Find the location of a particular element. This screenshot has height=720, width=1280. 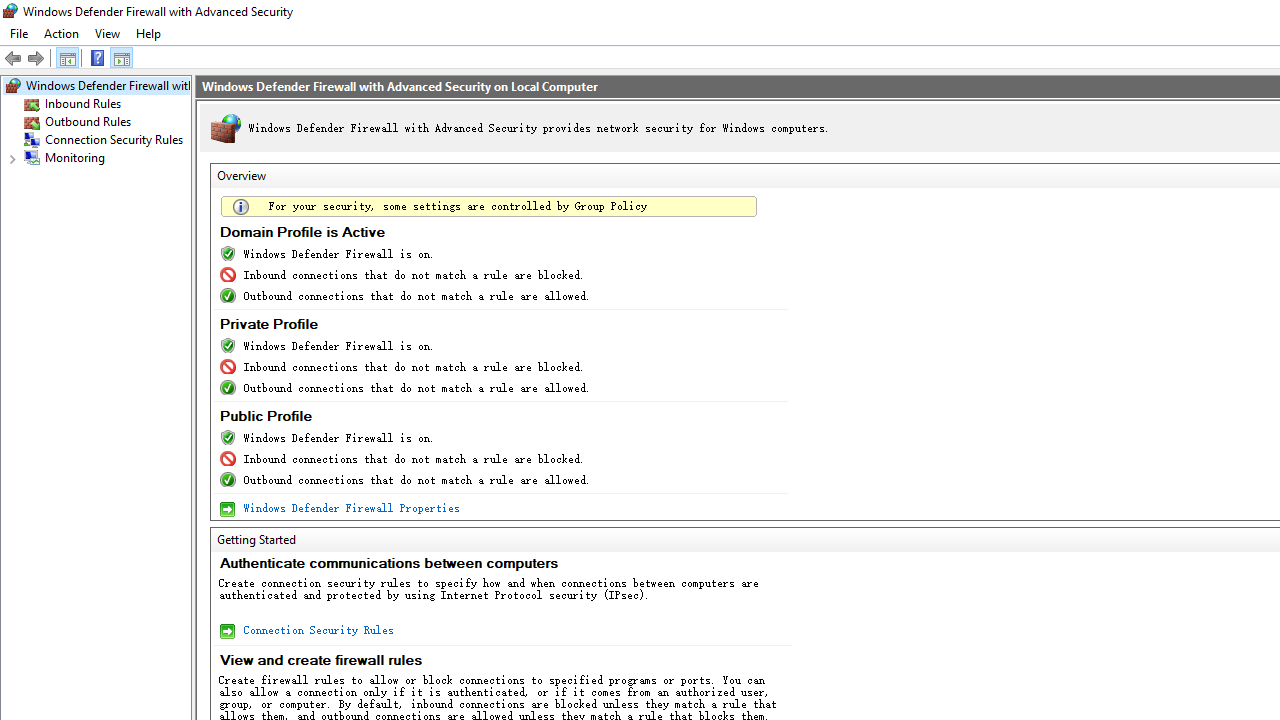

'Help' is located at coordinates (97, 56).